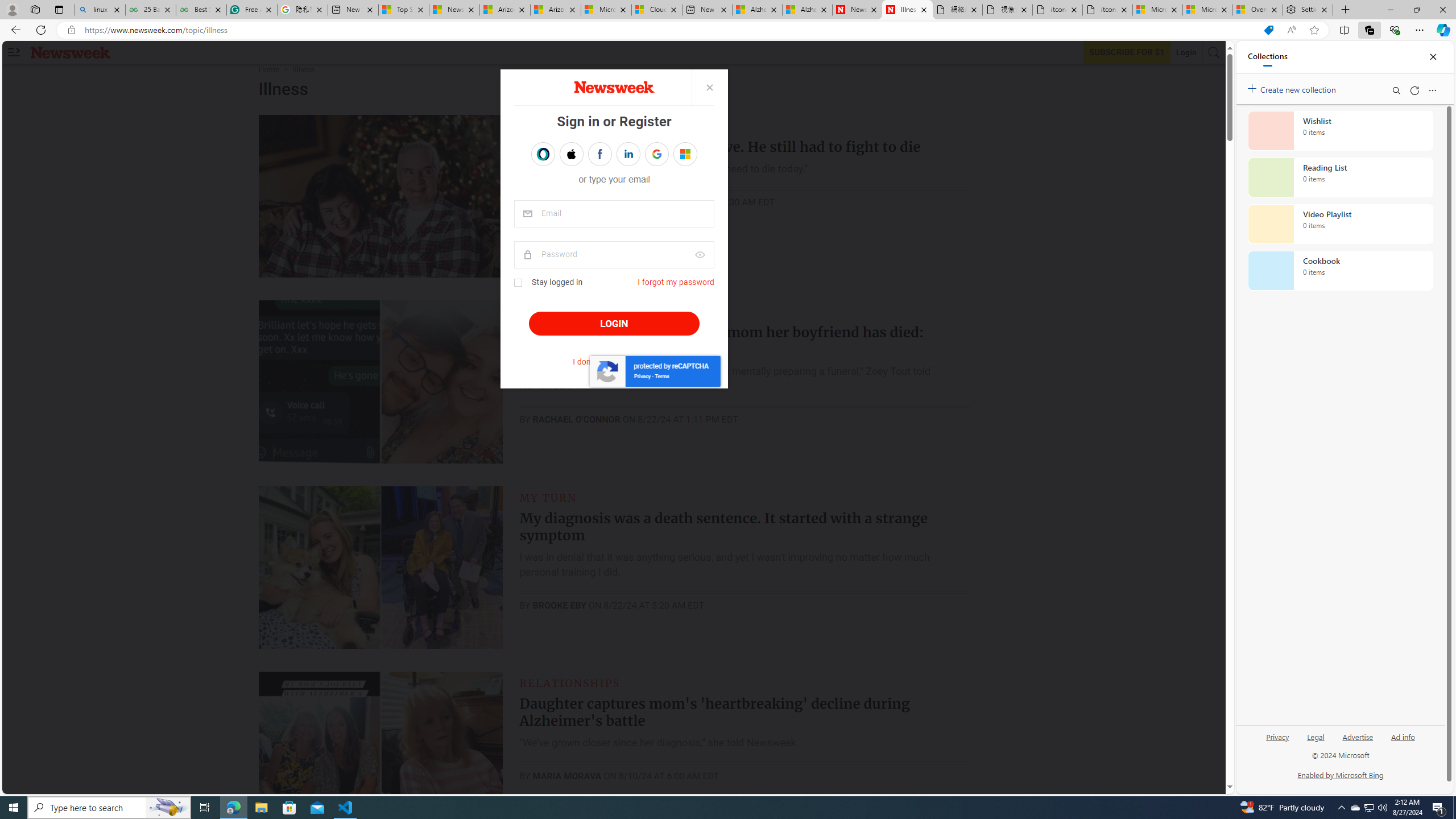  I want to click on 'email', so click(614, 213).